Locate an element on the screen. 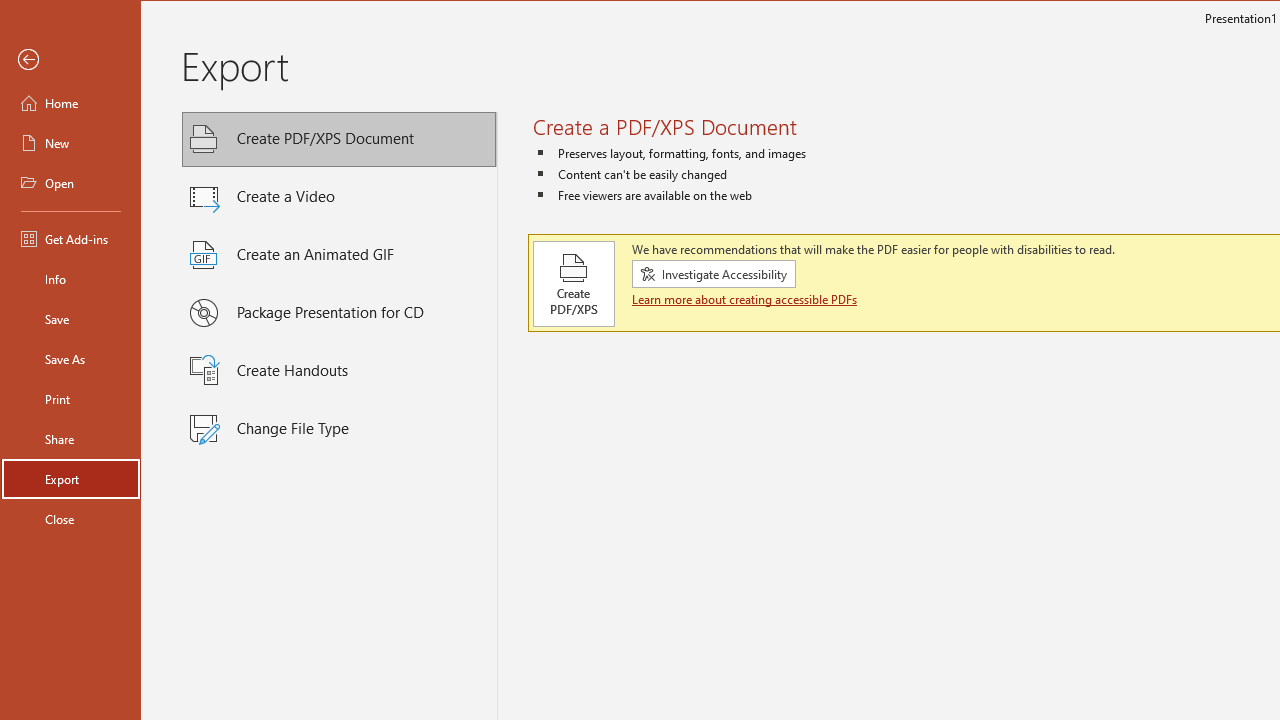 Image resolution: width=1280 pixels, height=720 pixels. 'Create PDF/XPS' is located at coordinates (572, 284).